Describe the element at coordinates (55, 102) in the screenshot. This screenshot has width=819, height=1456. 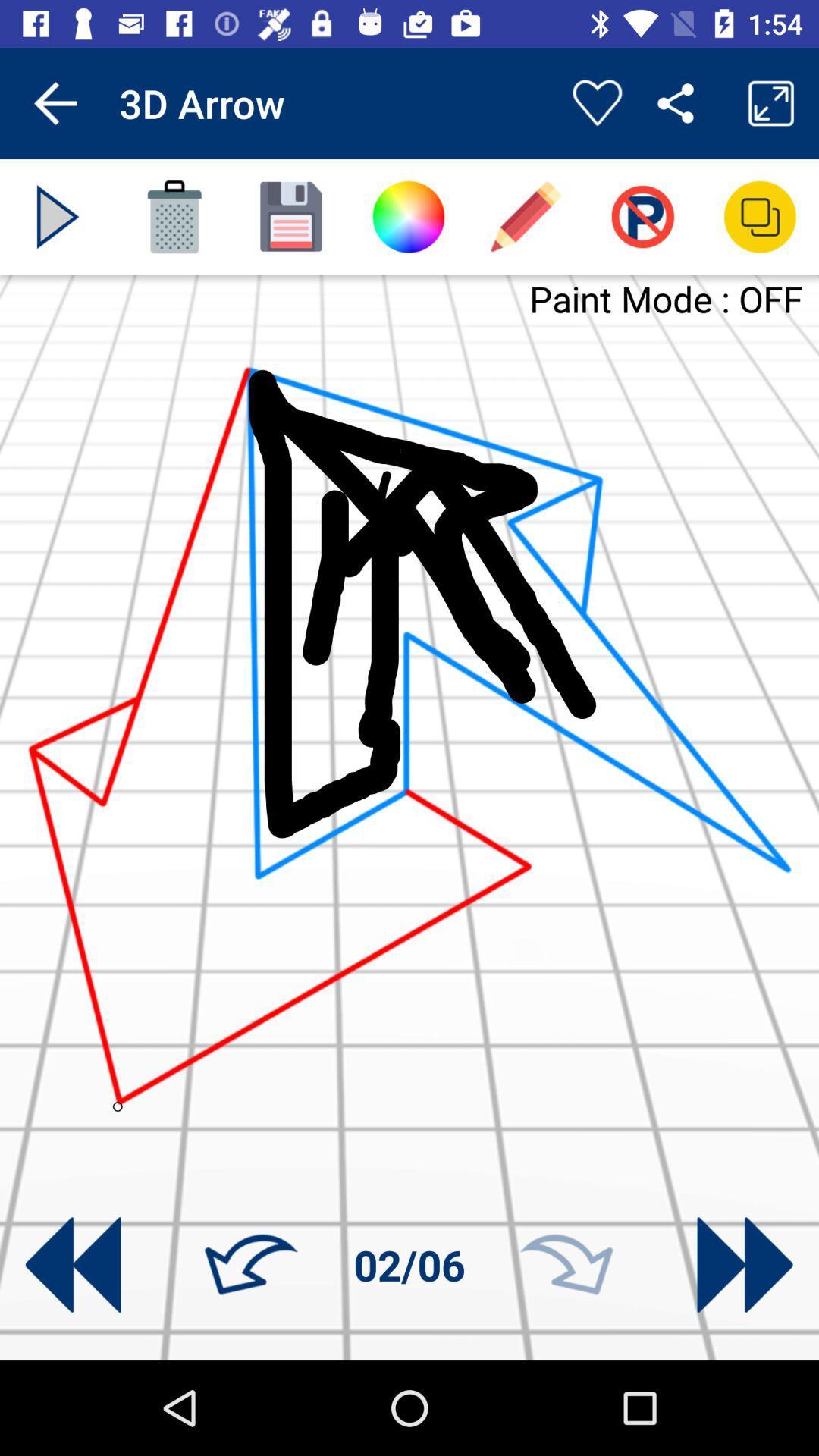
I see `icon next to 3d arrow app` at that location.